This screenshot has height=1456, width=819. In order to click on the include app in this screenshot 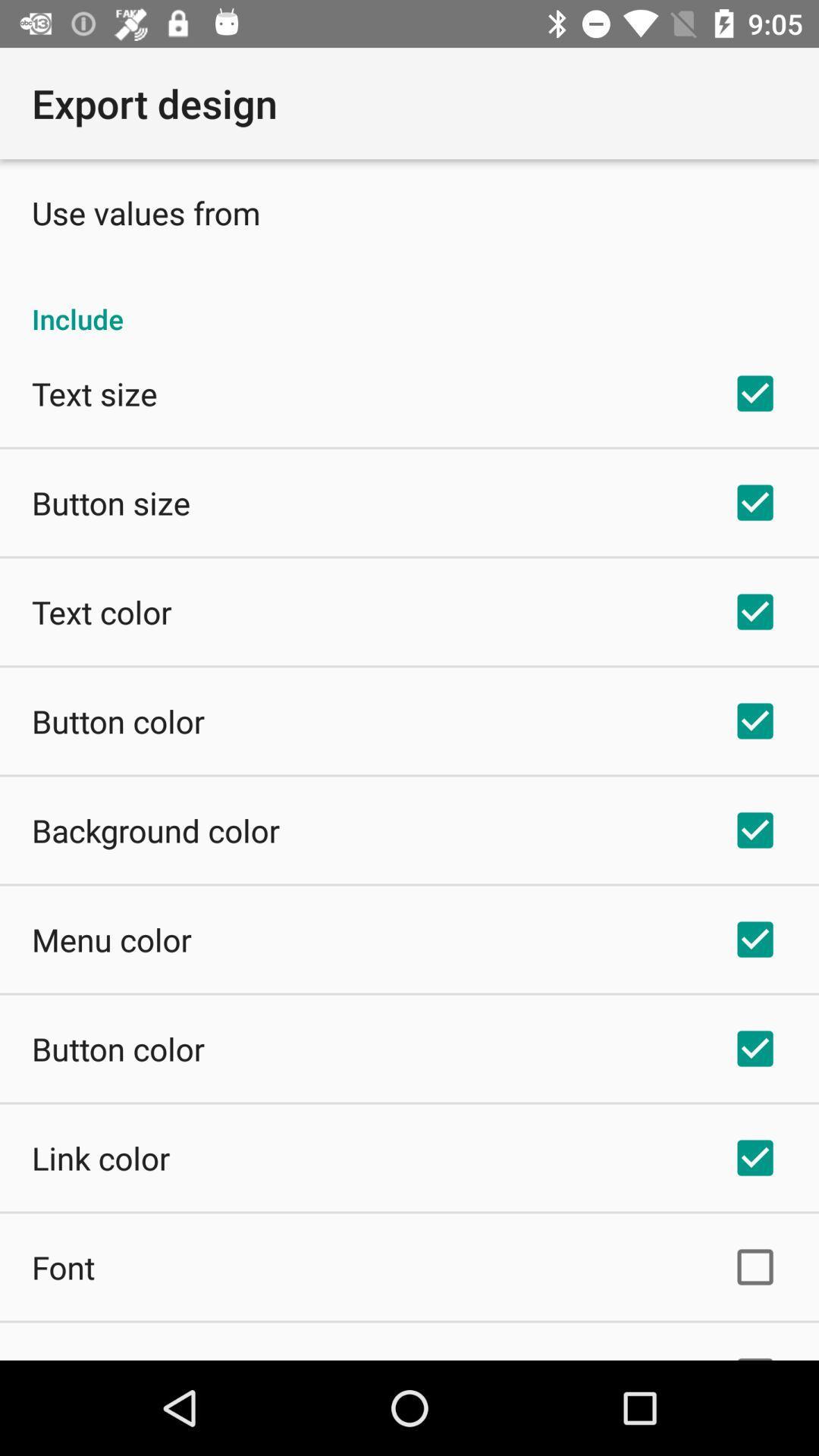, I will do `click(409, 303)`.